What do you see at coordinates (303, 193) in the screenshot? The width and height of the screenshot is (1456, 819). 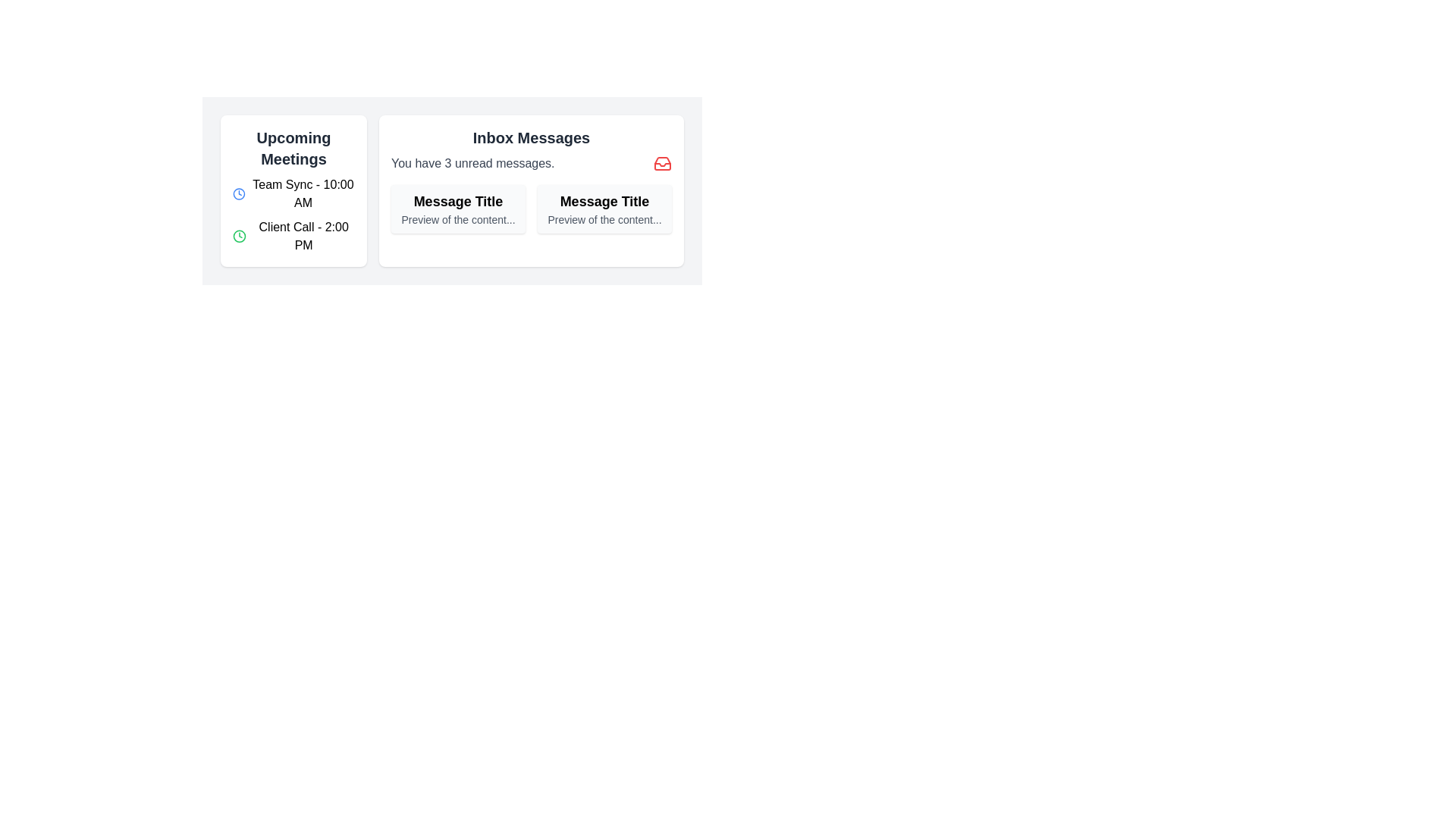 I see `the first meeting item in the 'Upcoming Meetings' section, which indicates a scheduled meeting with its title and time` at bounding box center [303, 193].